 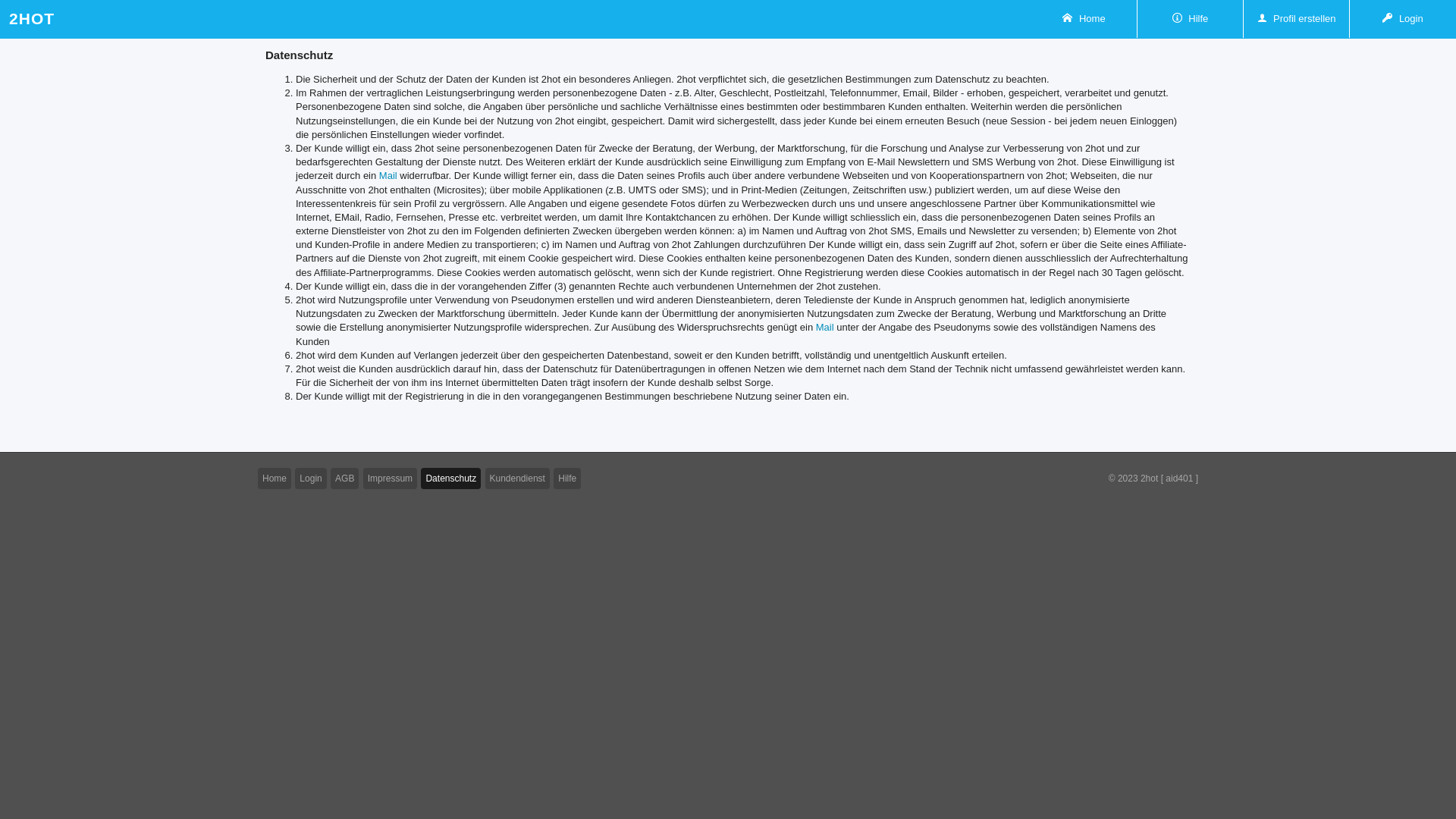 What do you see at coordinates (566, 478) in the screenshot?
I see `'Hilfe'` at bounding box center [566, 478].